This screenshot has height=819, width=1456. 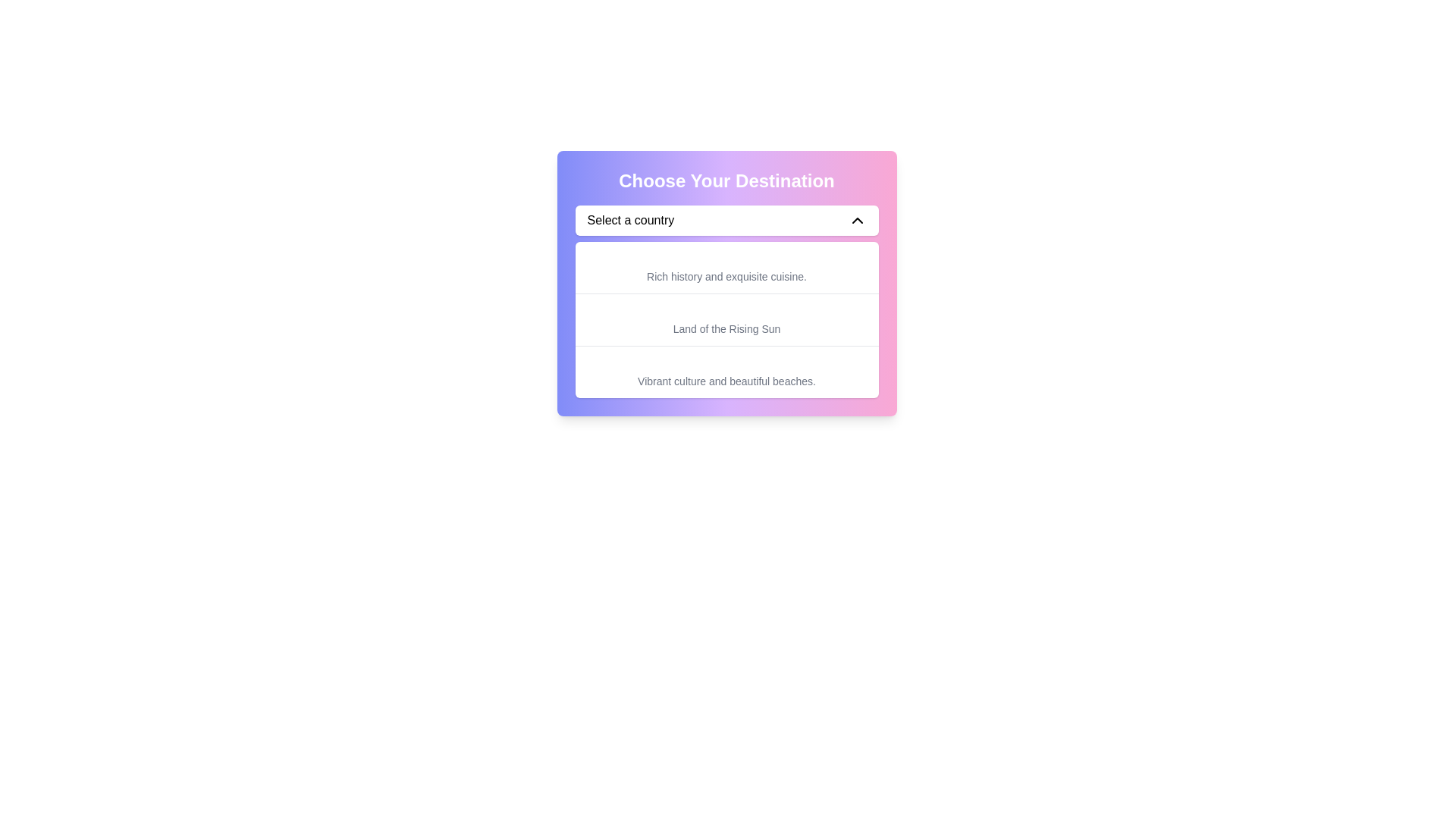 What do you see at coordinates (857, 220) in the screenshot?
I see `the upward-pointing chevron icon on the right side of the 'Select a country' dropdown` at bounding box center [857, 220].